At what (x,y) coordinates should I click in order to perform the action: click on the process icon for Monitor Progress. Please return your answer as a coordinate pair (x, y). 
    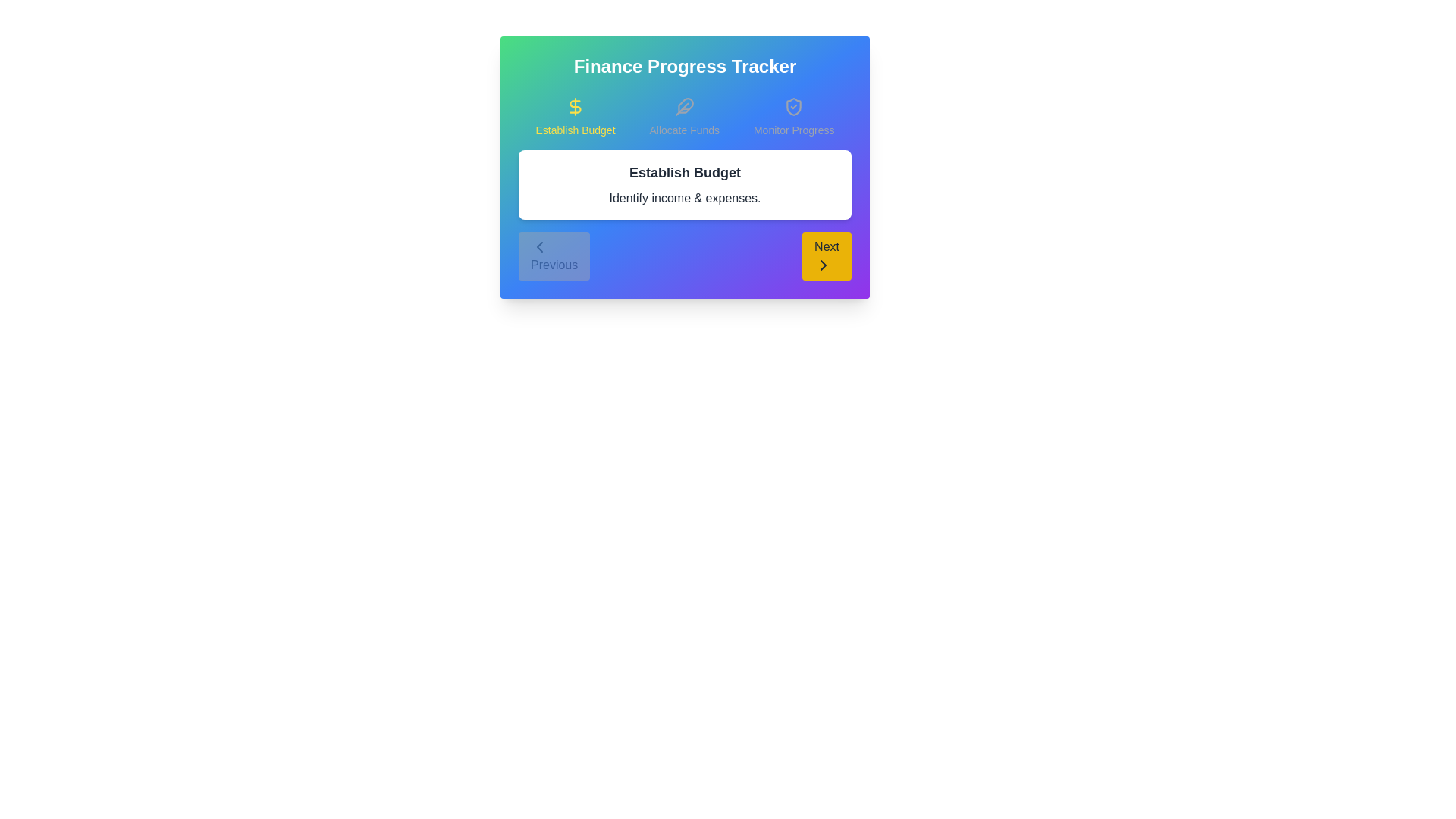
    Looking at the image, I should click on (793, 116).